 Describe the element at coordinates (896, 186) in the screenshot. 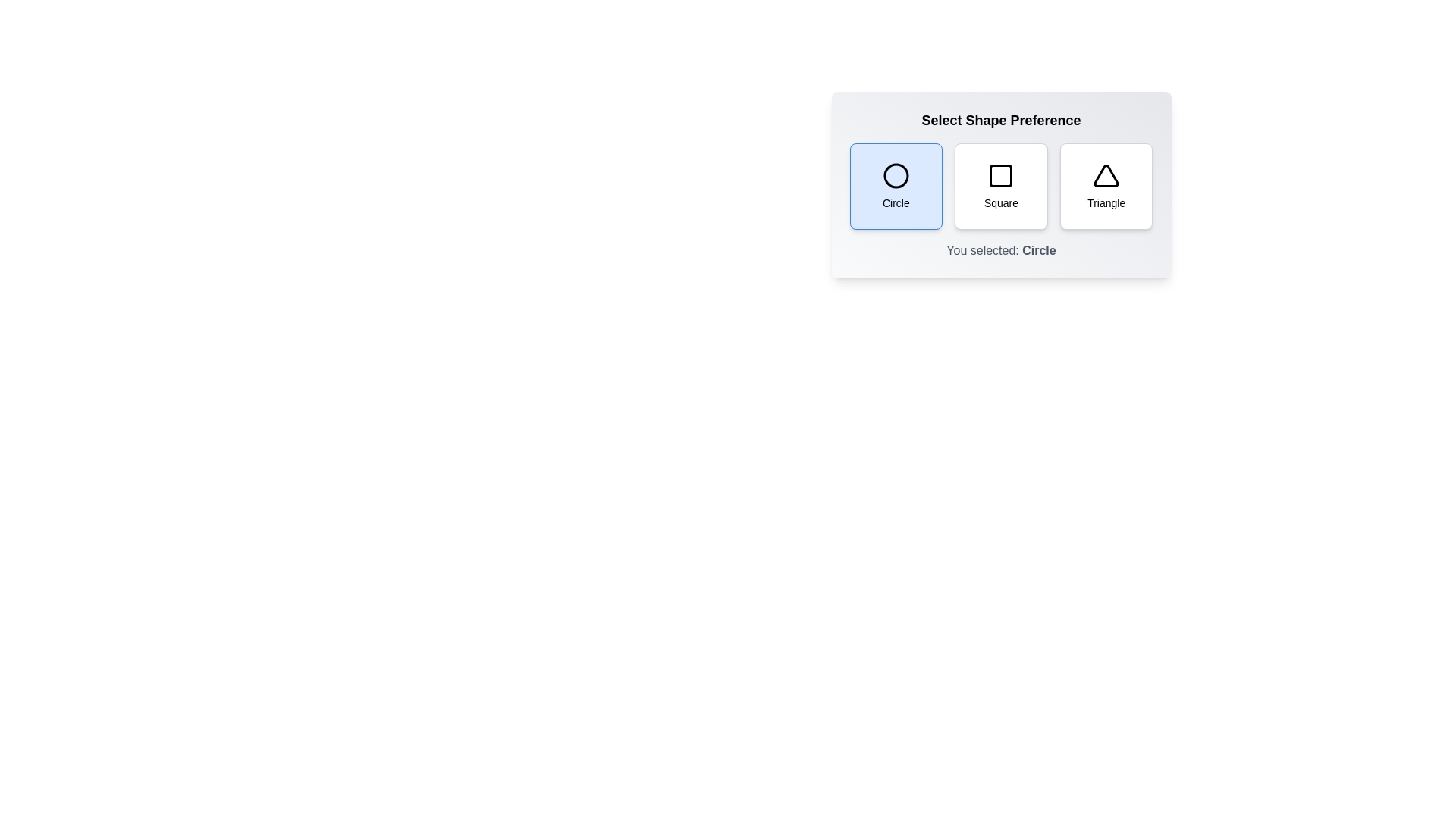

I see `the Circle button to observe the hover effect` at that location.